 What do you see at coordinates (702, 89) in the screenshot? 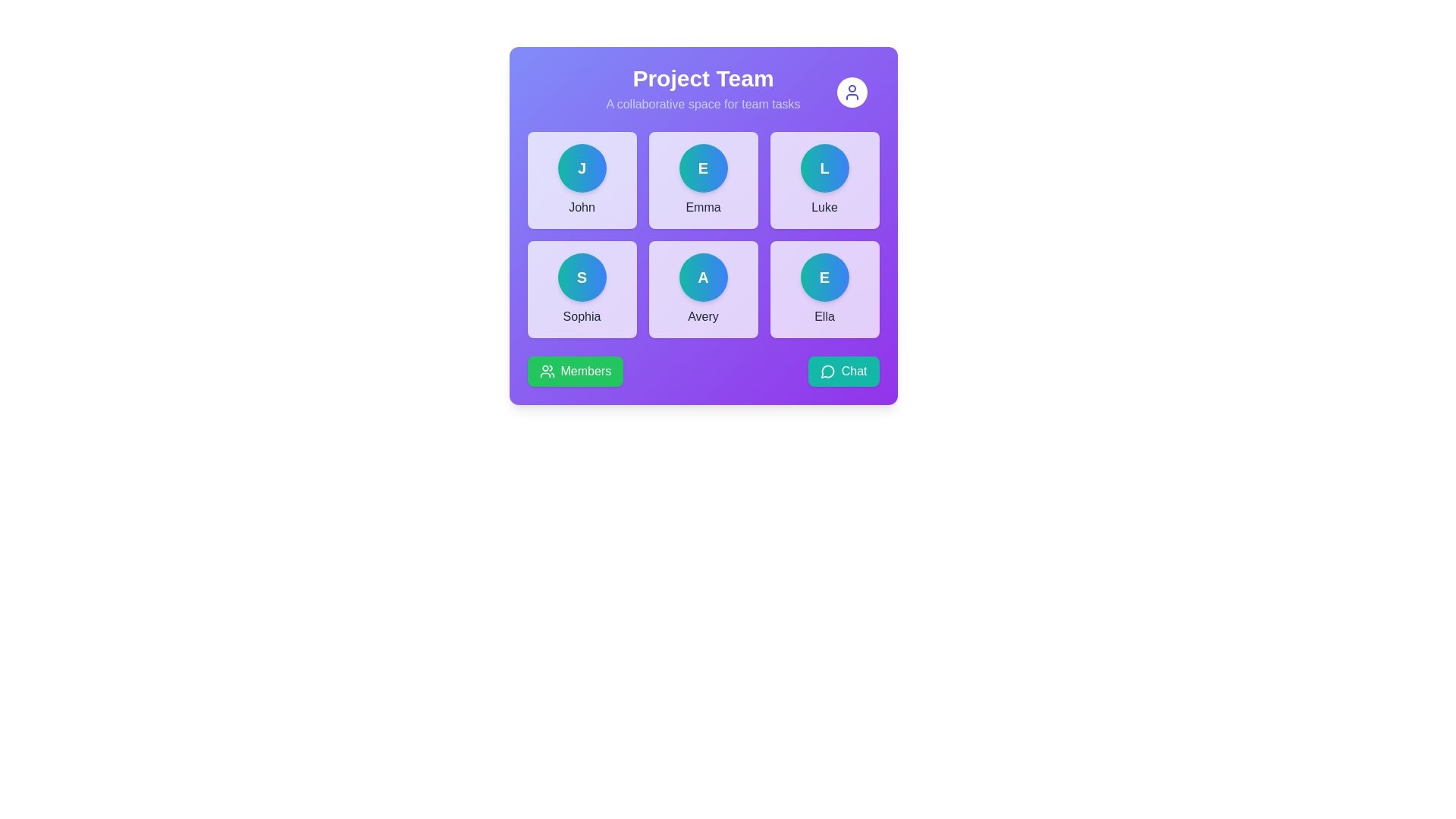
I see `the text block titled 'Project Team', which features a bold white title and a smaller description, located at the upper section of the colorful card layout` at bounding box center [702, 89].